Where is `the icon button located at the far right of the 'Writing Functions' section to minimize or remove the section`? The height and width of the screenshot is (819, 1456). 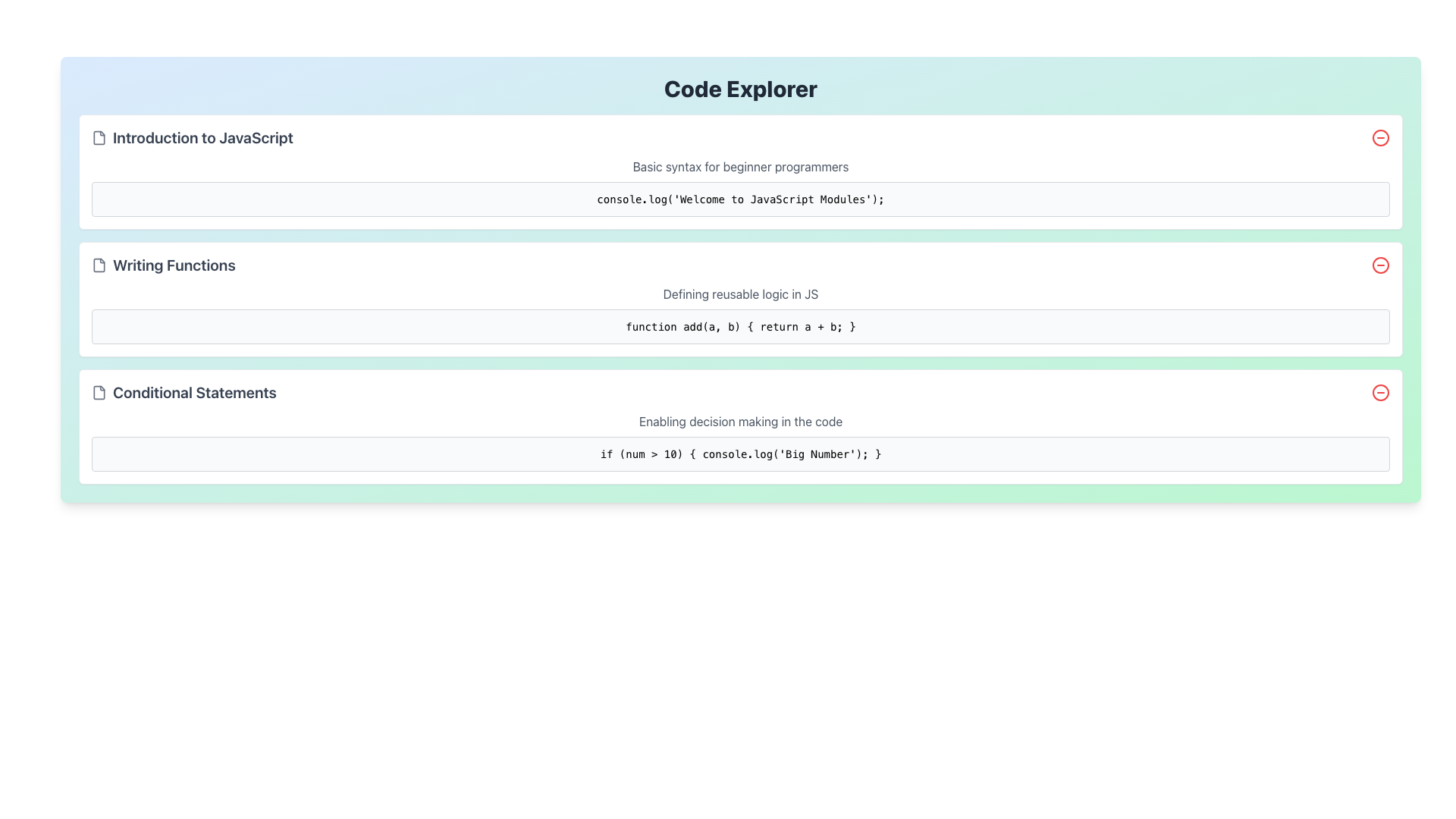 the icon button located at the far right of the 'Writing Functions' section to minimize or remove the section is located at coordinates (1380, 265).